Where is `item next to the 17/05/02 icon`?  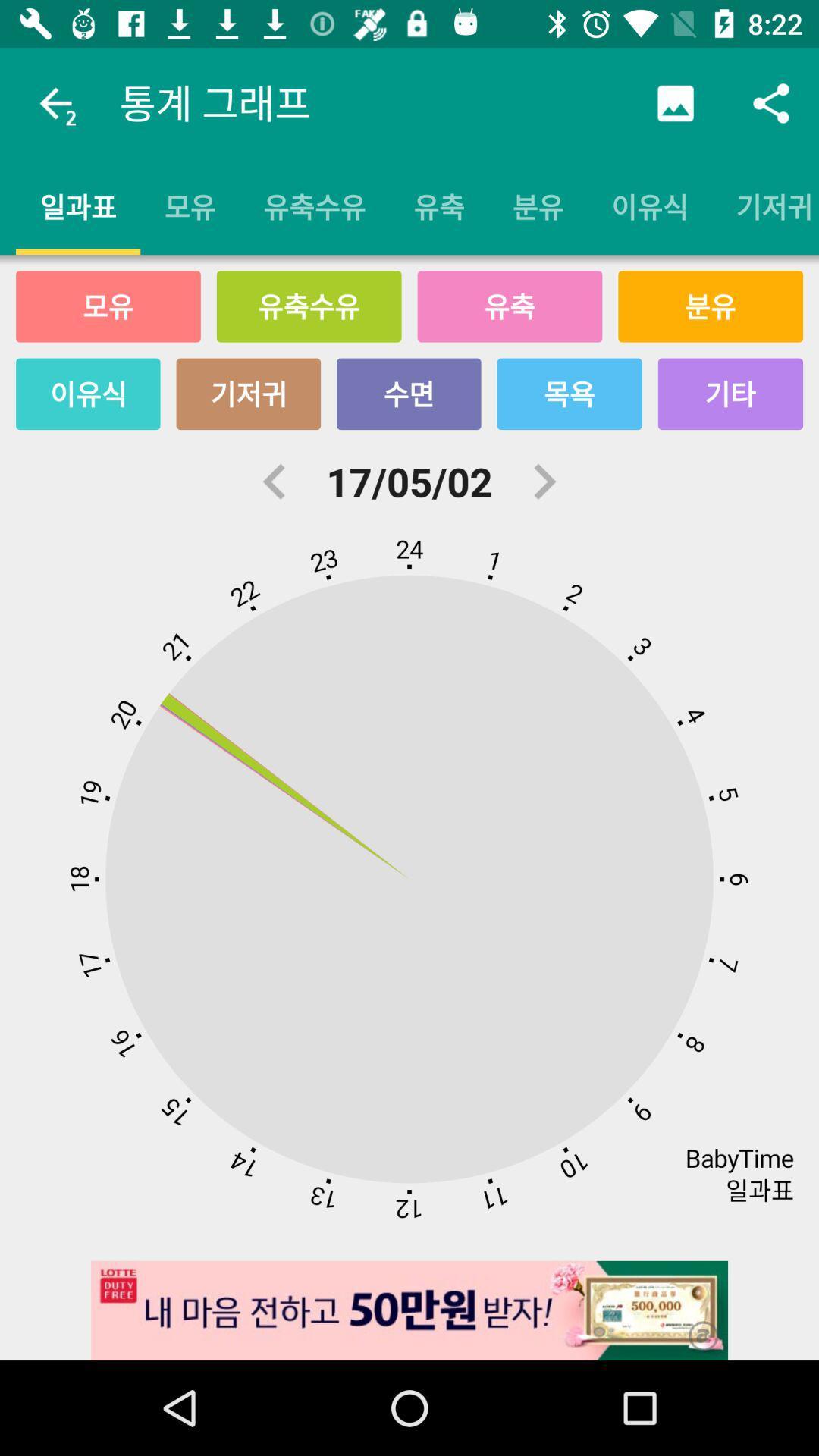 item next to the 17/05/02 icon is located at coordinates (543, 481).